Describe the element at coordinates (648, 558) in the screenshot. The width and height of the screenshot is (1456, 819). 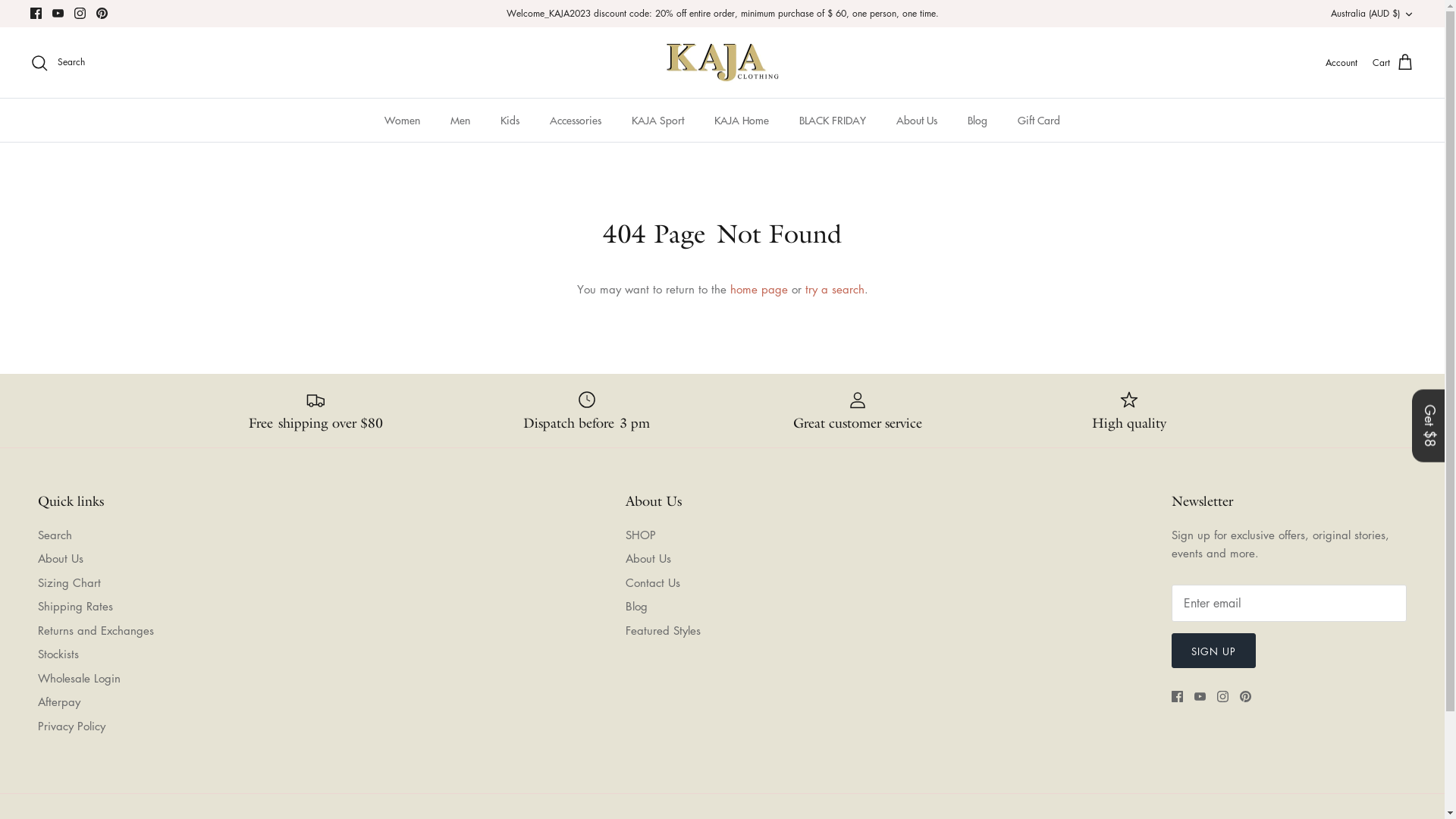
I see `'About Us'` at that location.